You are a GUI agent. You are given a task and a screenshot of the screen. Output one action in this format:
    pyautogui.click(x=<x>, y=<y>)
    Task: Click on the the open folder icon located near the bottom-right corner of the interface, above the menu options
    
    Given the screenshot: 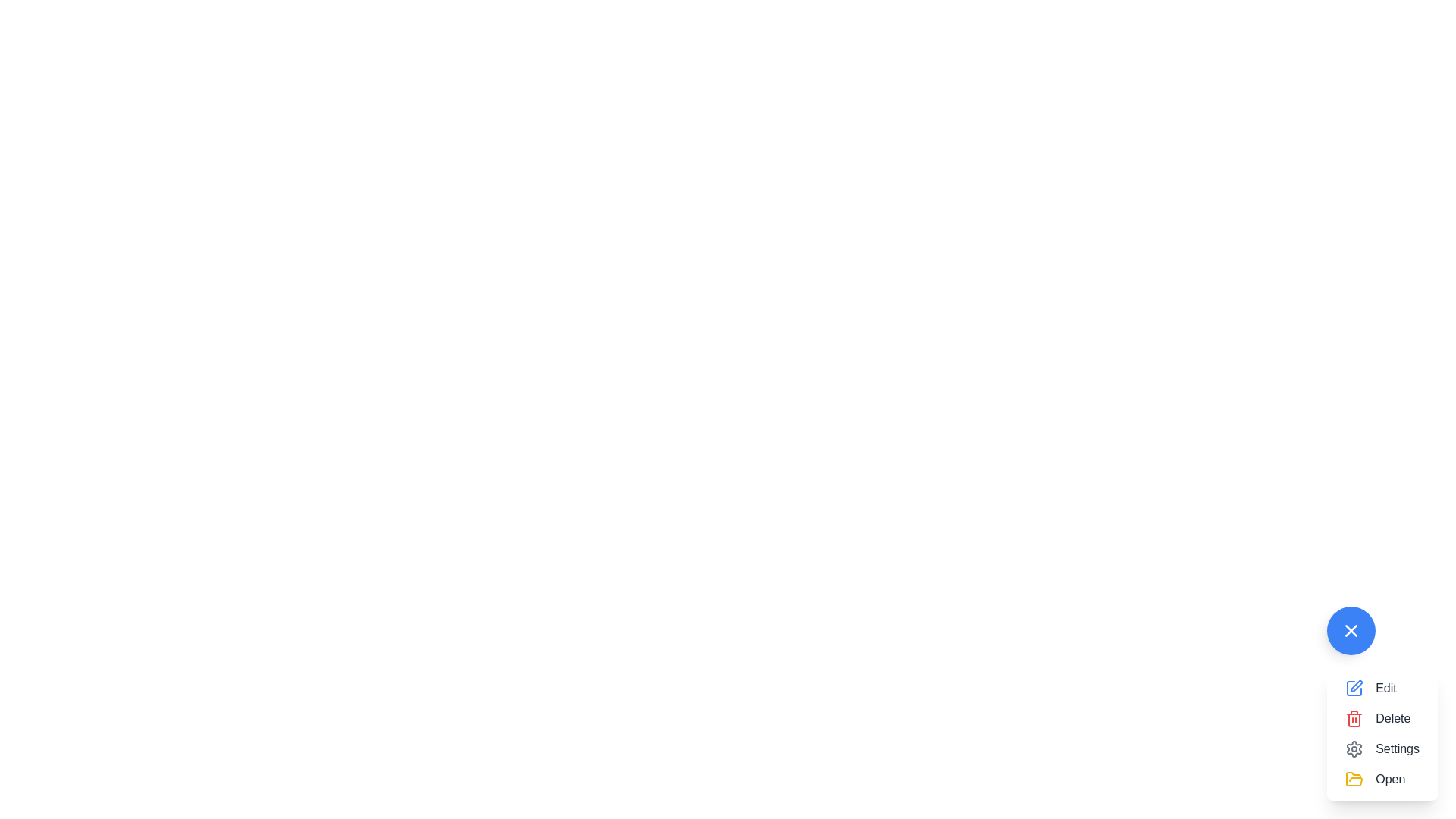 What is the action you would take?
    pyautogui.click(x=1354, y=779)
    